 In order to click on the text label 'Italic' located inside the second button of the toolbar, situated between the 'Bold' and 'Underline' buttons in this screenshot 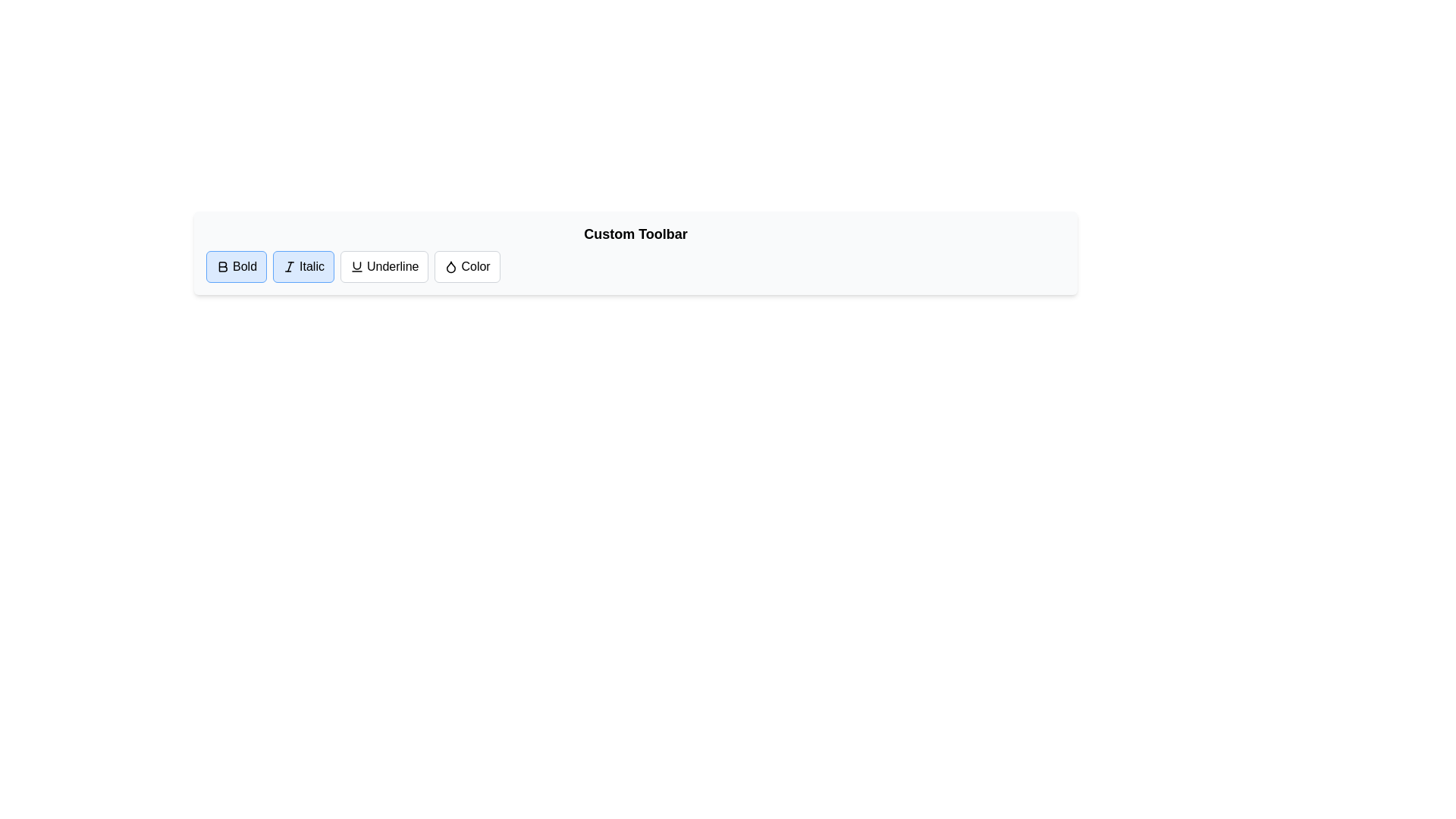, I will do `click(311, 265)`.